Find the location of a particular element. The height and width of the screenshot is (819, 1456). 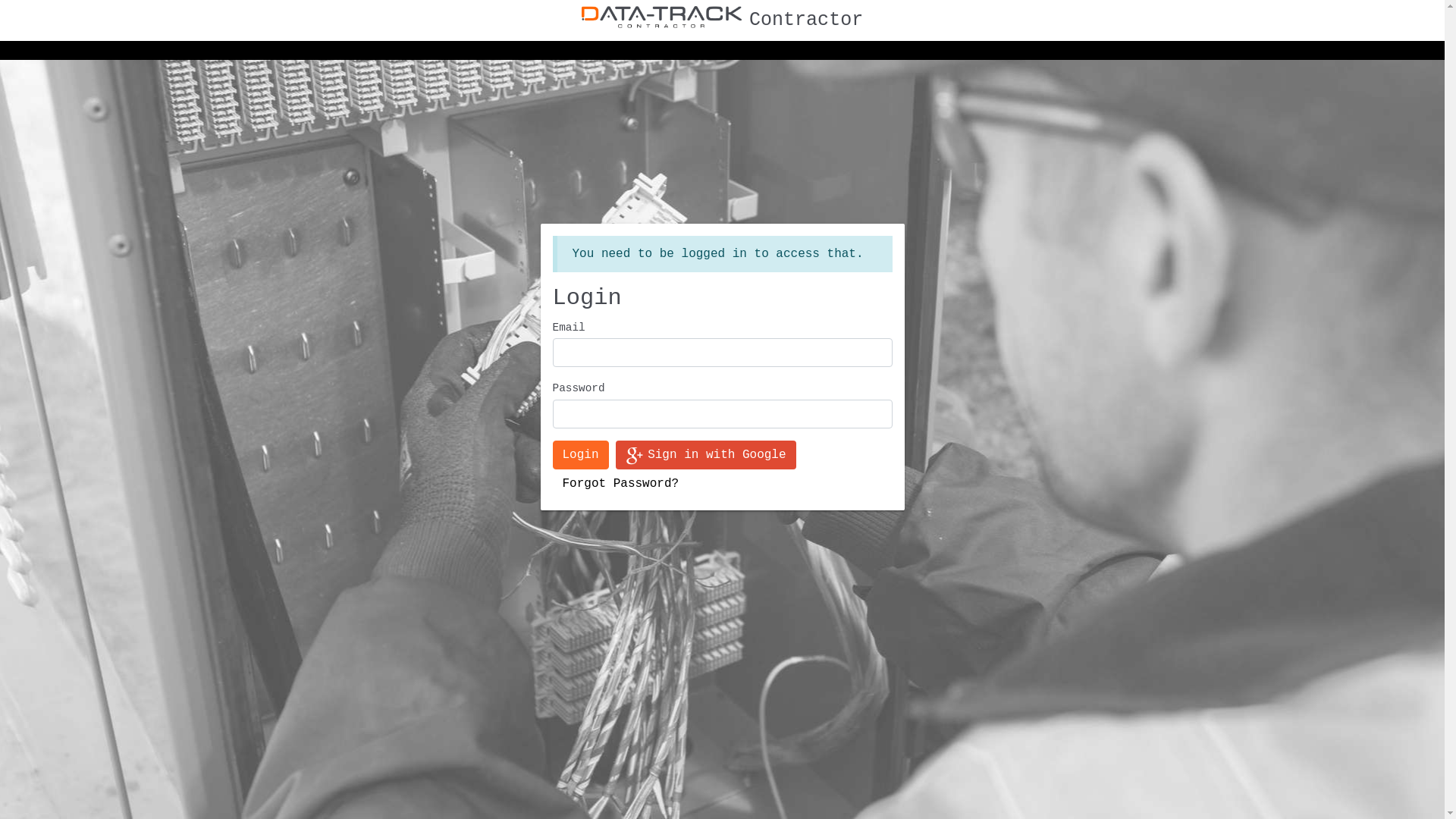

'Sign in with Google' is located at coordinates (704, 454).